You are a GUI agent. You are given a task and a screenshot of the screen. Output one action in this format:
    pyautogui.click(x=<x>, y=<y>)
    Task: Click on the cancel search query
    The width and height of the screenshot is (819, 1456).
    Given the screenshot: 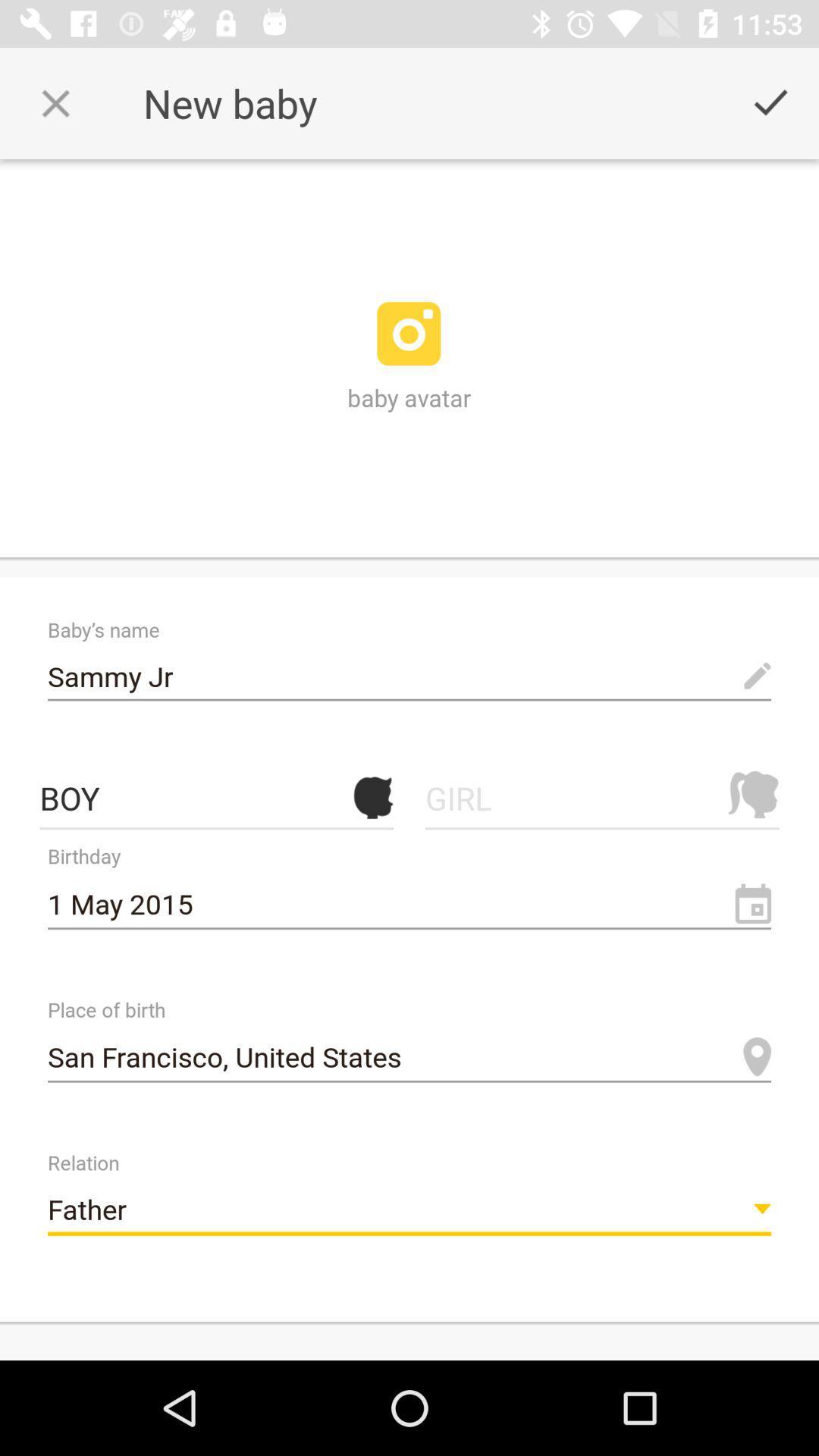 What is the action you would take?
    pyautogui.click(x=55, y=102)
    